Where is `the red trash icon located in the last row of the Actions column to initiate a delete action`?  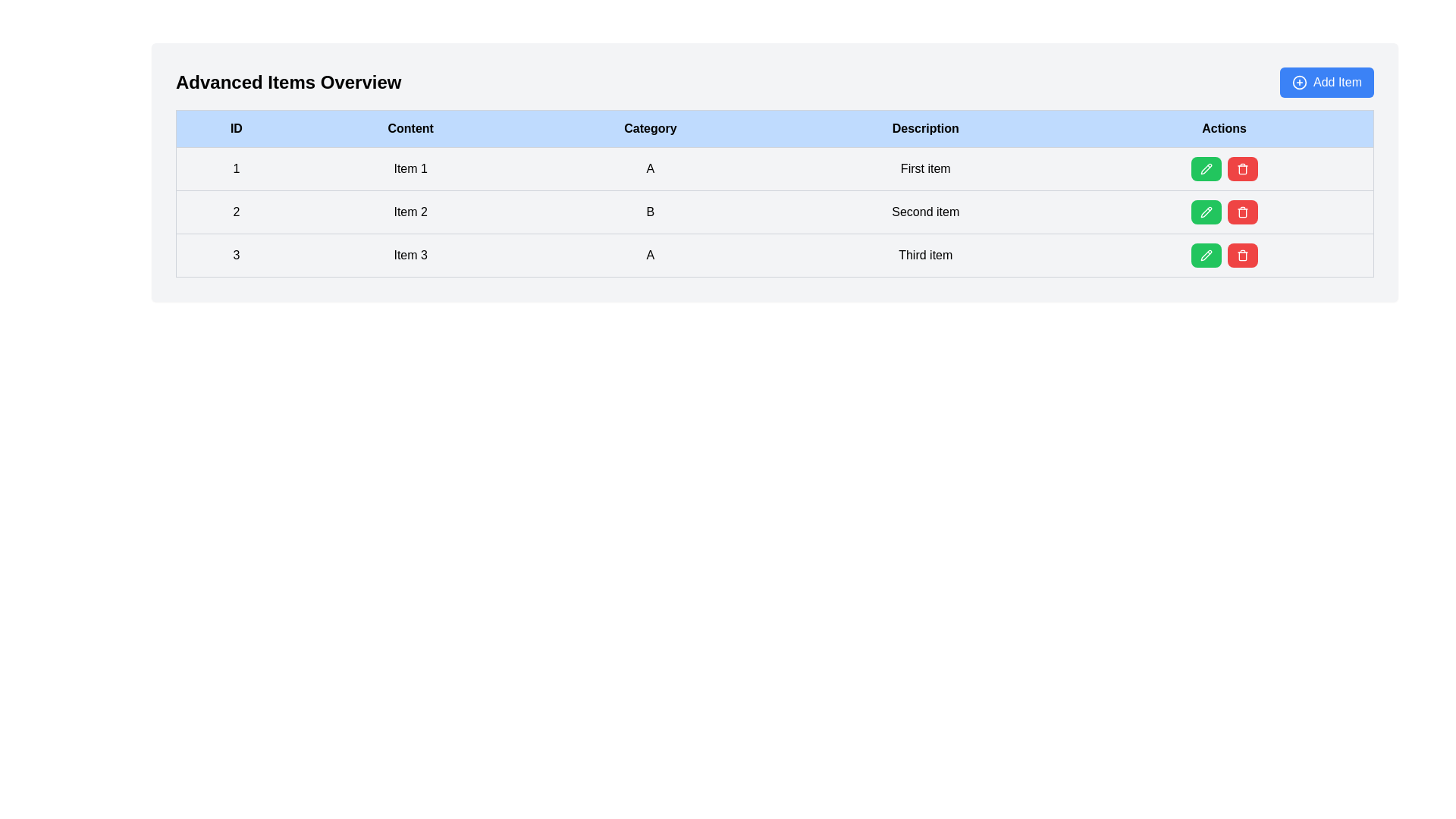
the red trash icon located in the last row of the Actions column to initiate a delete action is located at coordinates (1242, 169).